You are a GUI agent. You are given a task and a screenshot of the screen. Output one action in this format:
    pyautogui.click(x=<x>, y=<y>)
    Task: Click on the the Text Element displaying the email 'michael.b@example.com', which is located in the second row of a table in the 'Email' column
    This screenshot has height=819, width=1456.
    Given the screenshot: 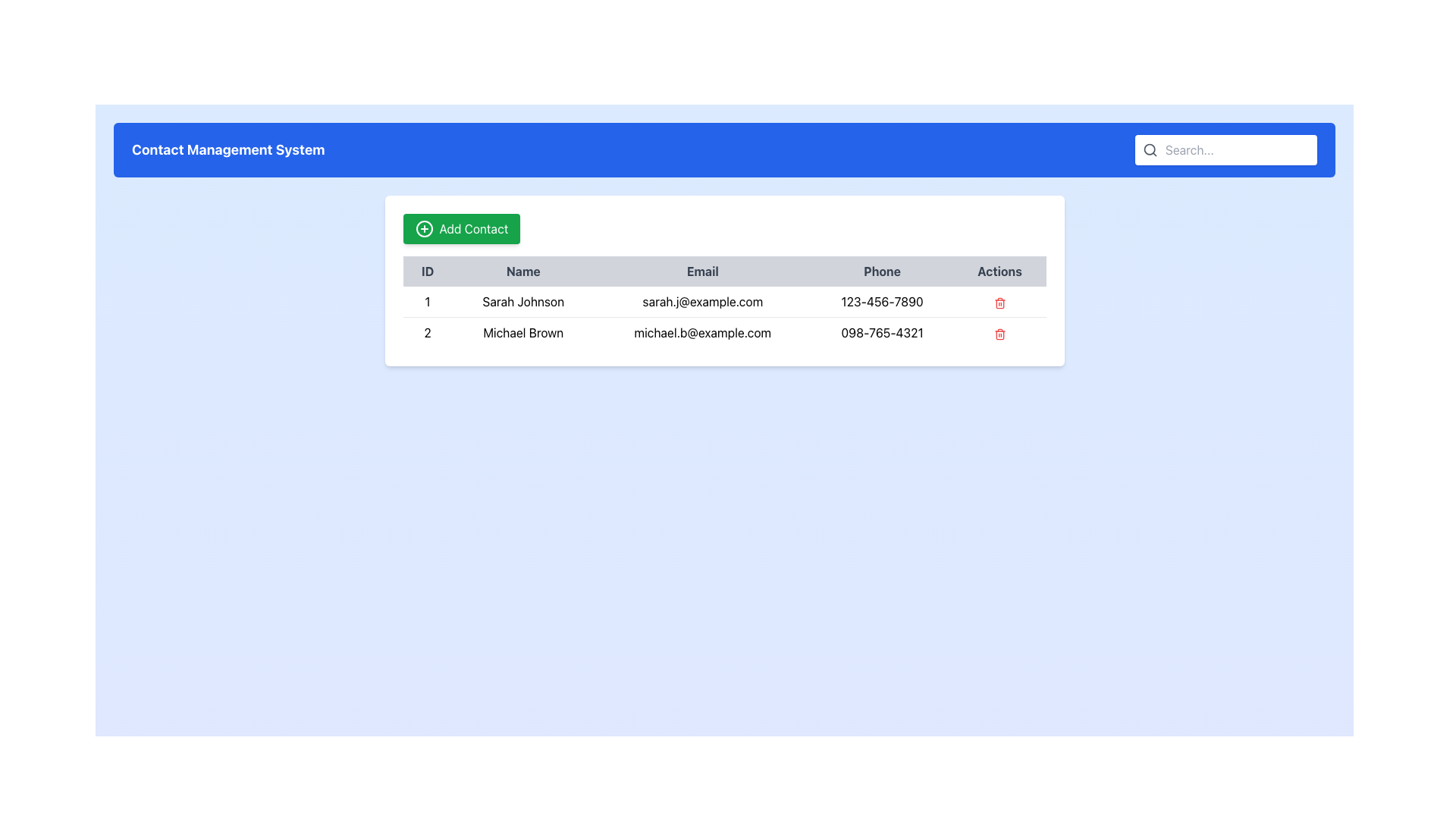 What is the action you would take?
    pyautogui.click(x=701, y=331)
    